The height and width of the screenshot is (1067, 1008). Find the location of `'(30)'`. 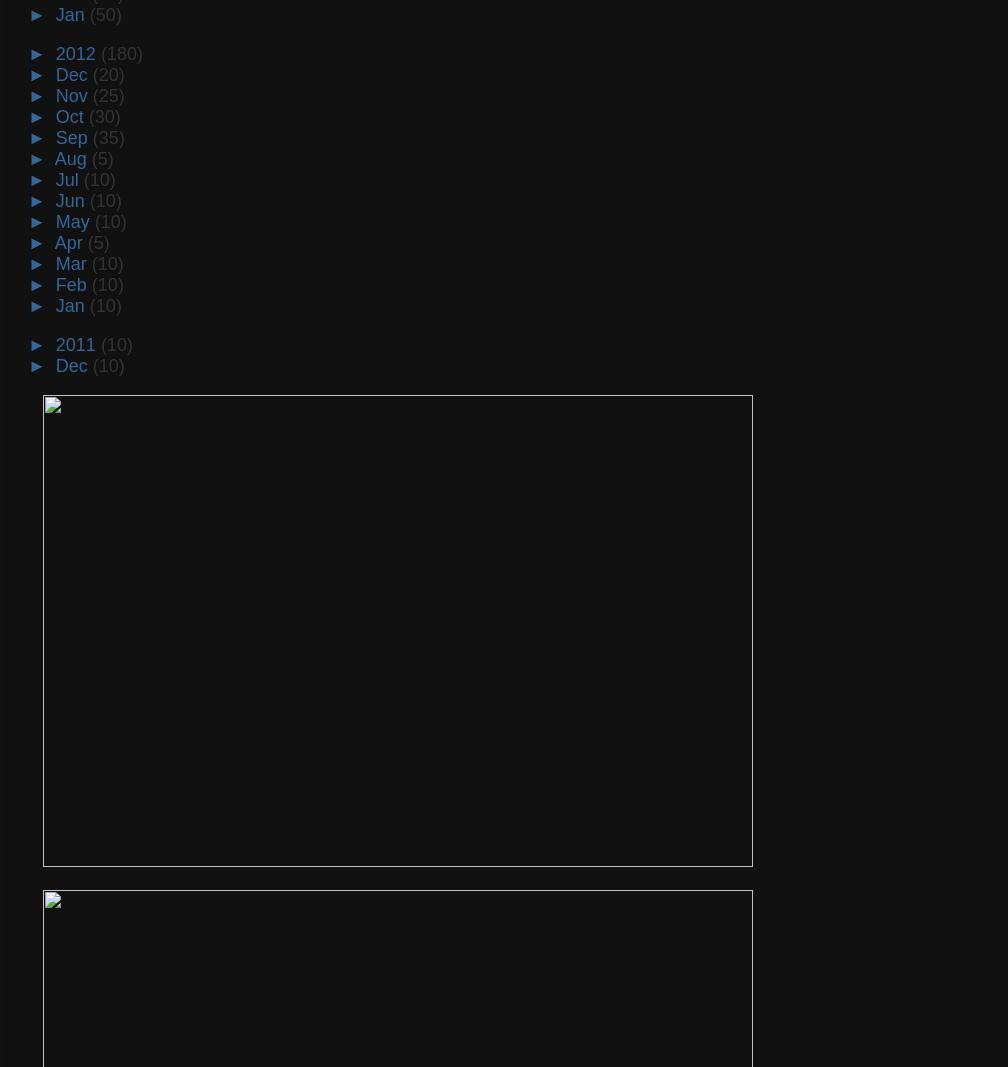

'(30)' is located at coordinates (104, 114).